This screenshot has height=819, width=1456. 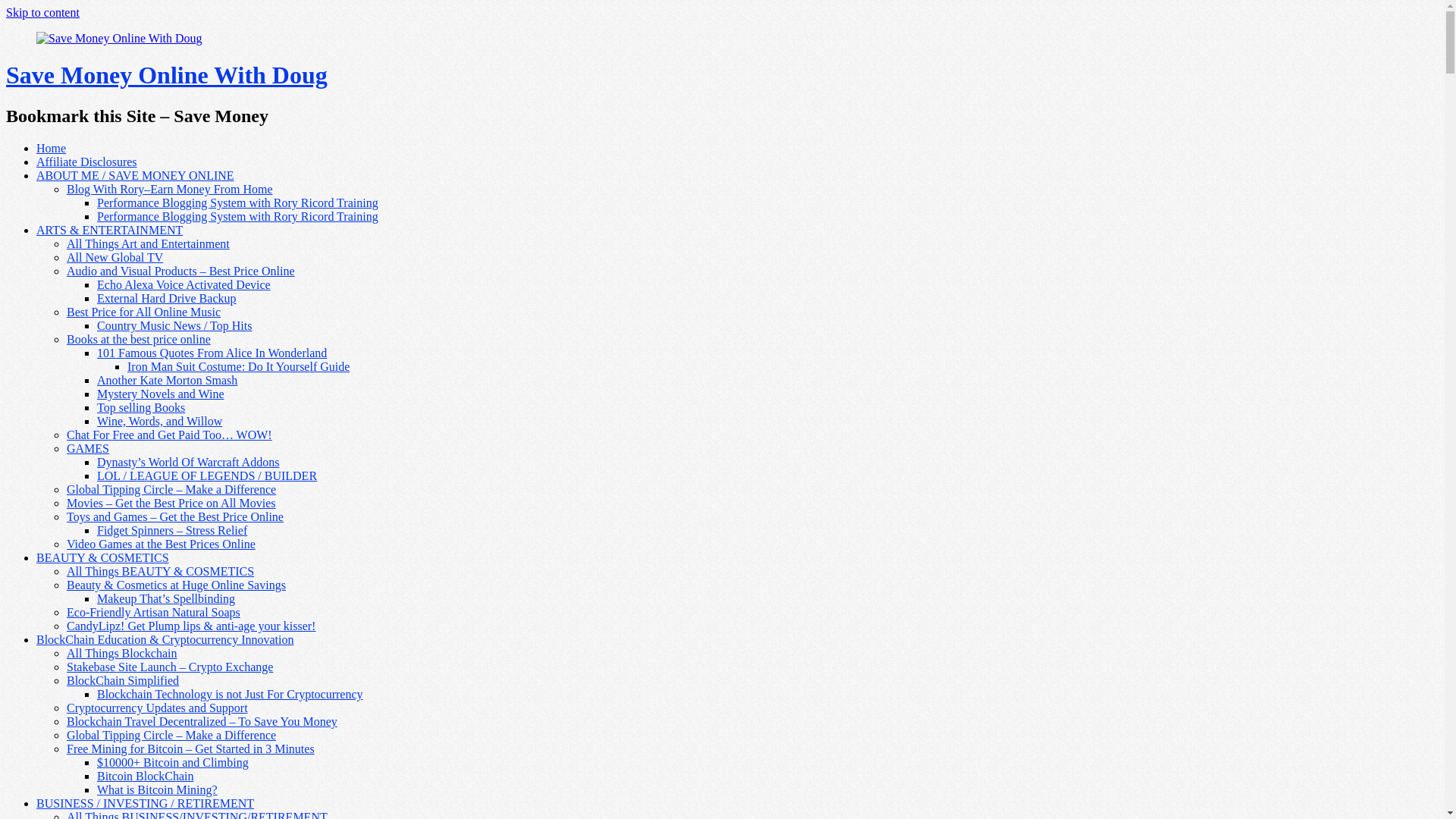 What do you see at coordinates (157, 708) in the screenshot?
I see `'Cryptocurrency Updates and Support'` at bounding box center [157, 708].